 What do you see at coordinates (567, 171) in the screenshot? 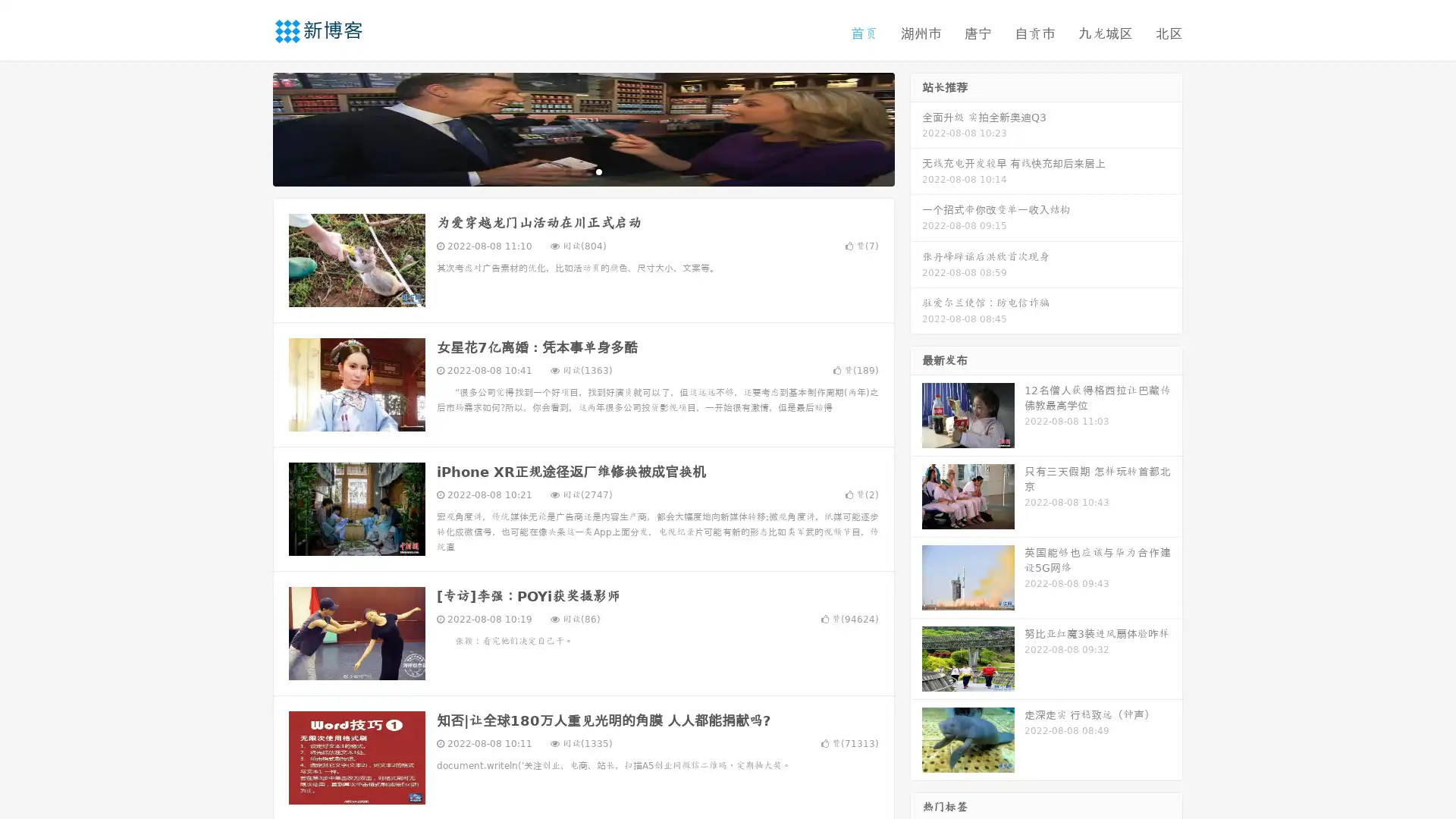
I see `Go to slide 1` at bounding box center [567, 171].